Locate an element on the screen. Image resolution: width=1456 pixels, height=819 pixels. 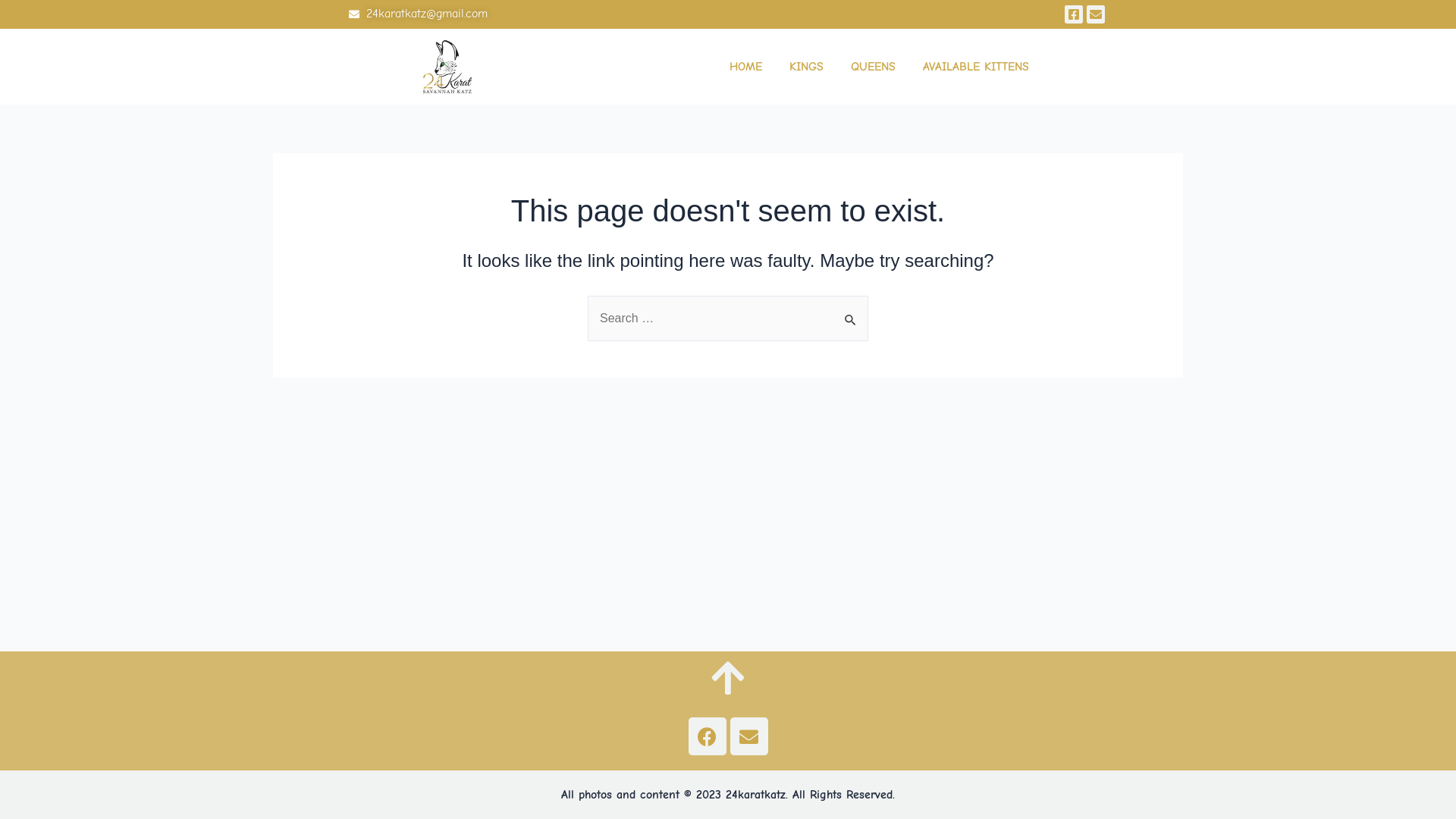
'KINGS' is located at coordinates (782, 66).